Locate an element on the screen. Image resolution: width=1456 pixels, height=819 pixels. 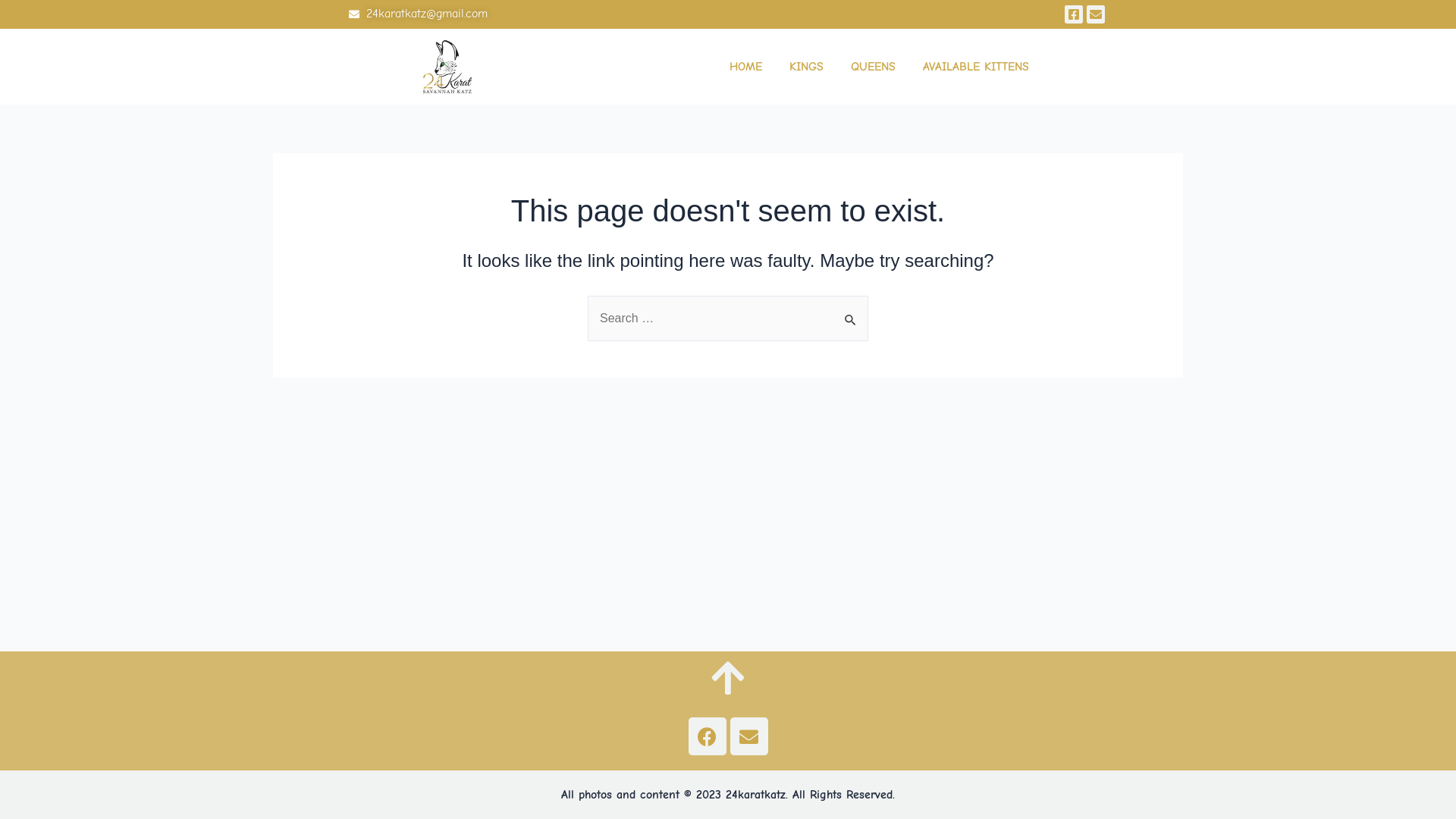
'KINGS' is located at coordinates (782, 66).